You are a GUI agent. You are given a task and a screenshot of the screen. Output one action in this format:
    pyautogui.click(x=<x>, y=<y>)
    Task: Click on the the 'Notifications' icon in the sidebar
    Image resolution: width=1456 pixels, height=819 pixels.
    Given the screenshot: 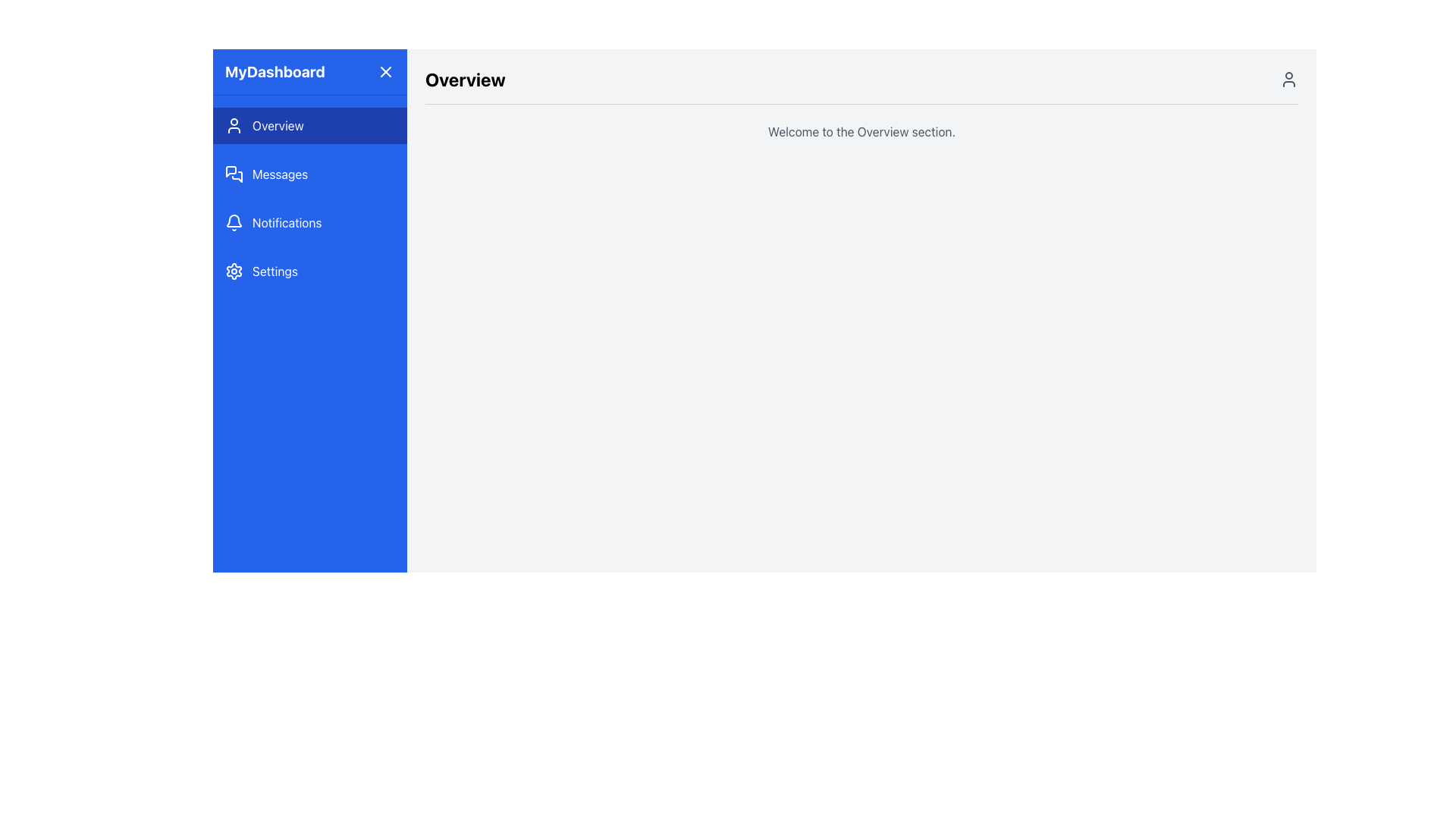 What is the action you would take?
    pyautogui.click(x=233, y=221)
    